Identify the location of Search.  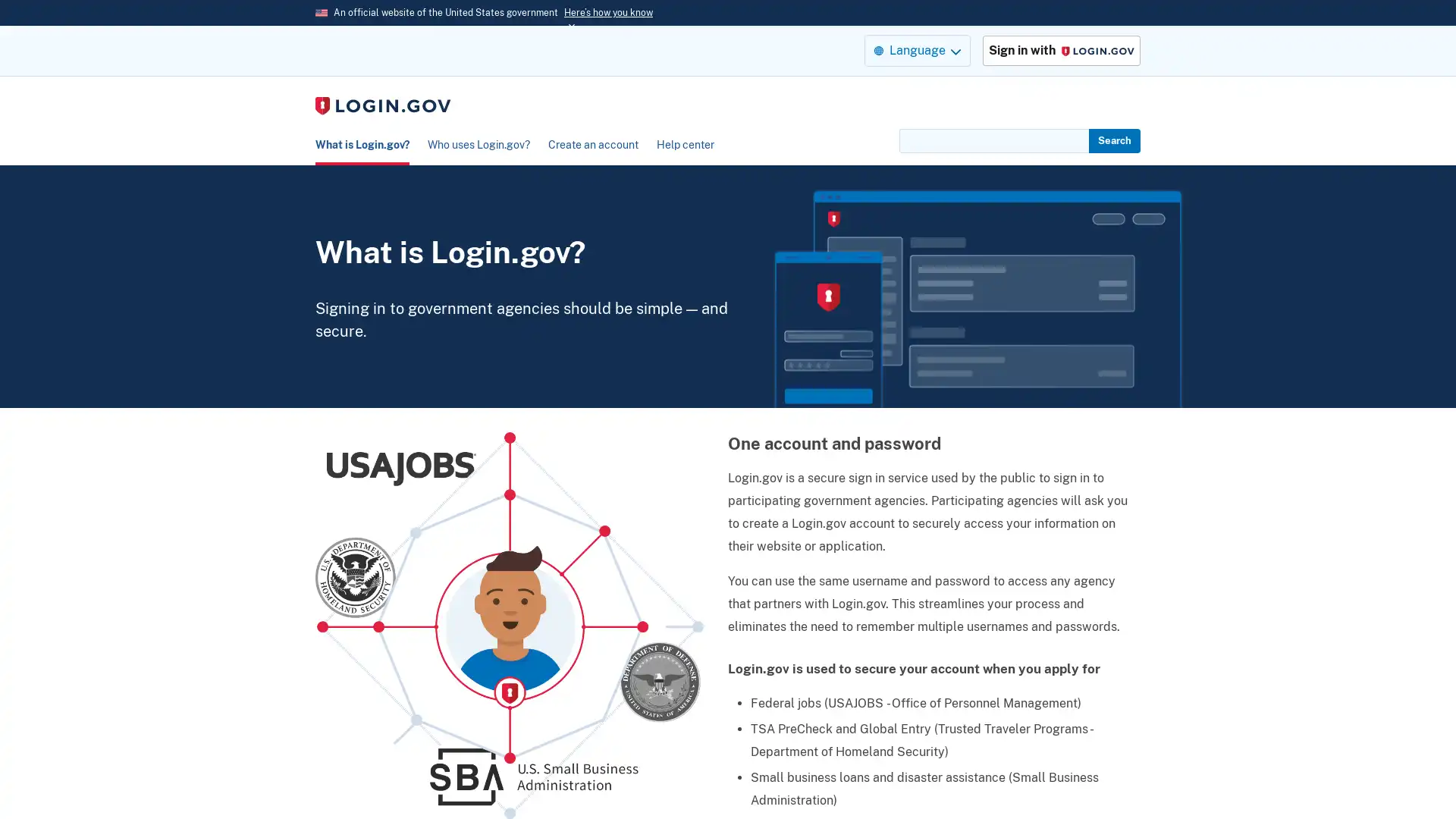
(1114, 140).